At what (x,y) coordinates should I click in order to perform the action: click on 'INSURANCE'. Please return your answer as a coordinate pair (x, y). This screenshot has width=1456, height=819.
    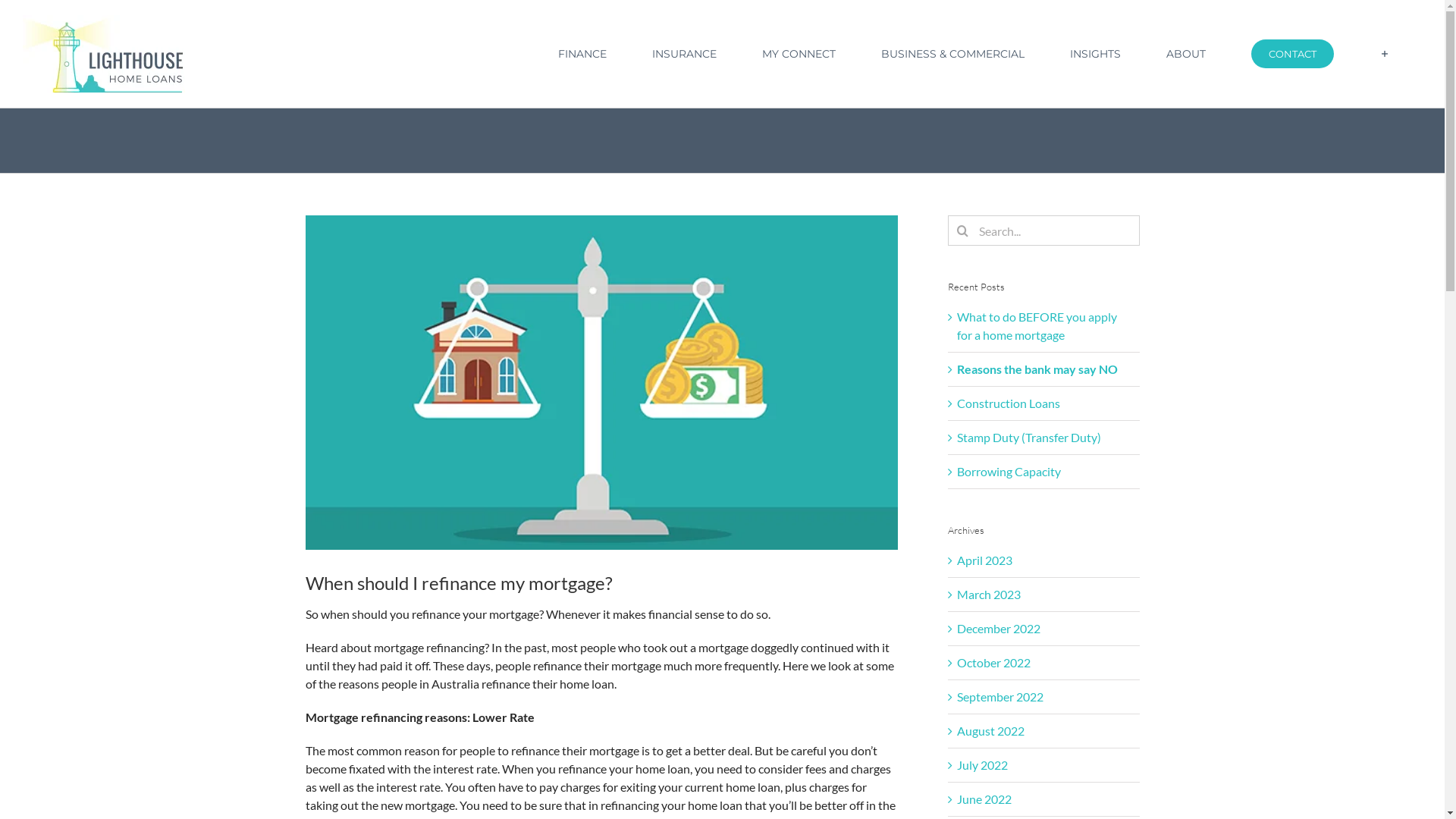
    Looking at the image, I should click on (683, 52).